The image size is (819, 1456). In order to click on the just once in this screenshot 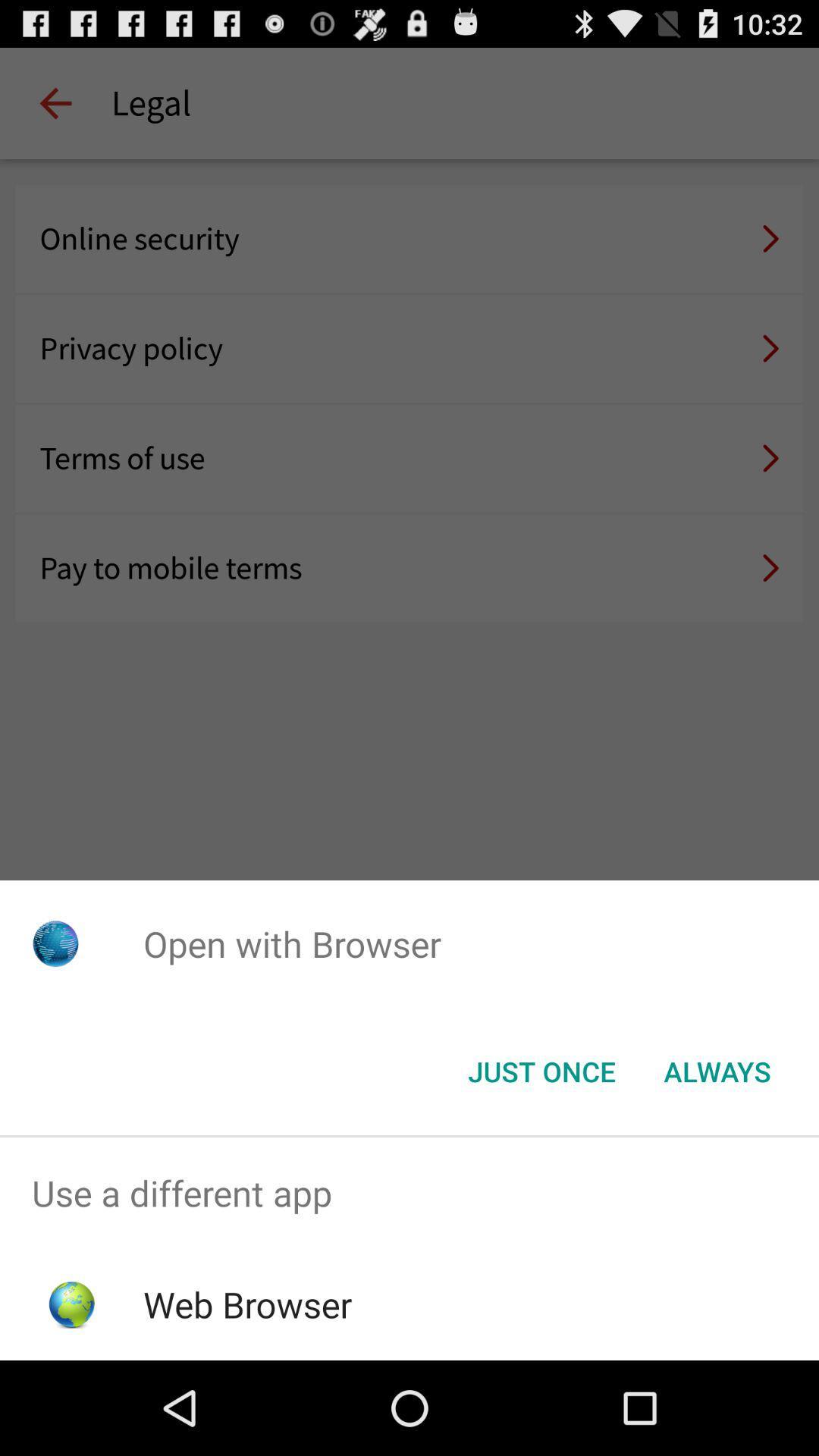, I will do `click(541, 1070)`.